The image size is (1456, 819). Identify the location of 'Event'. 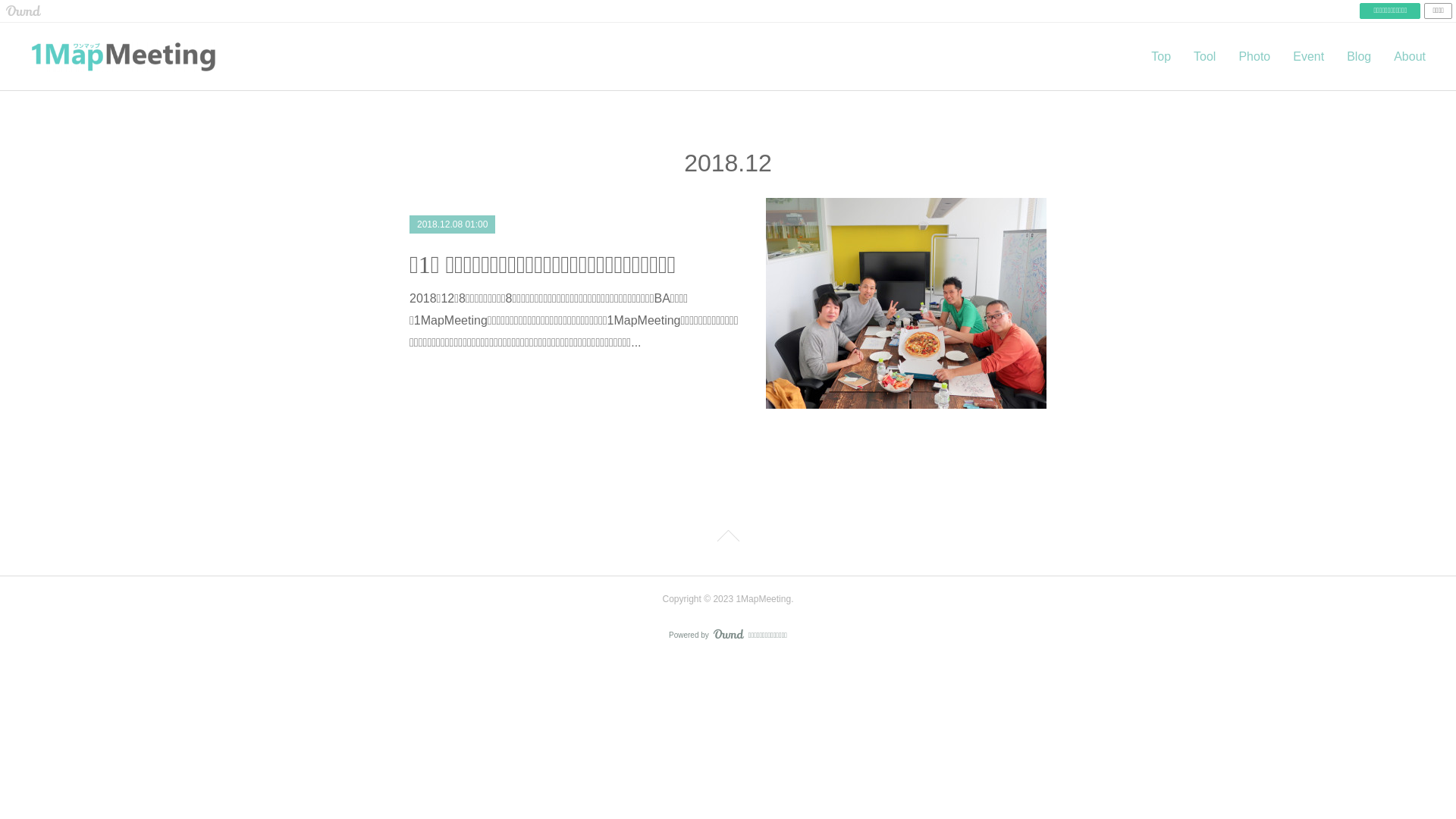
(1307, 55).